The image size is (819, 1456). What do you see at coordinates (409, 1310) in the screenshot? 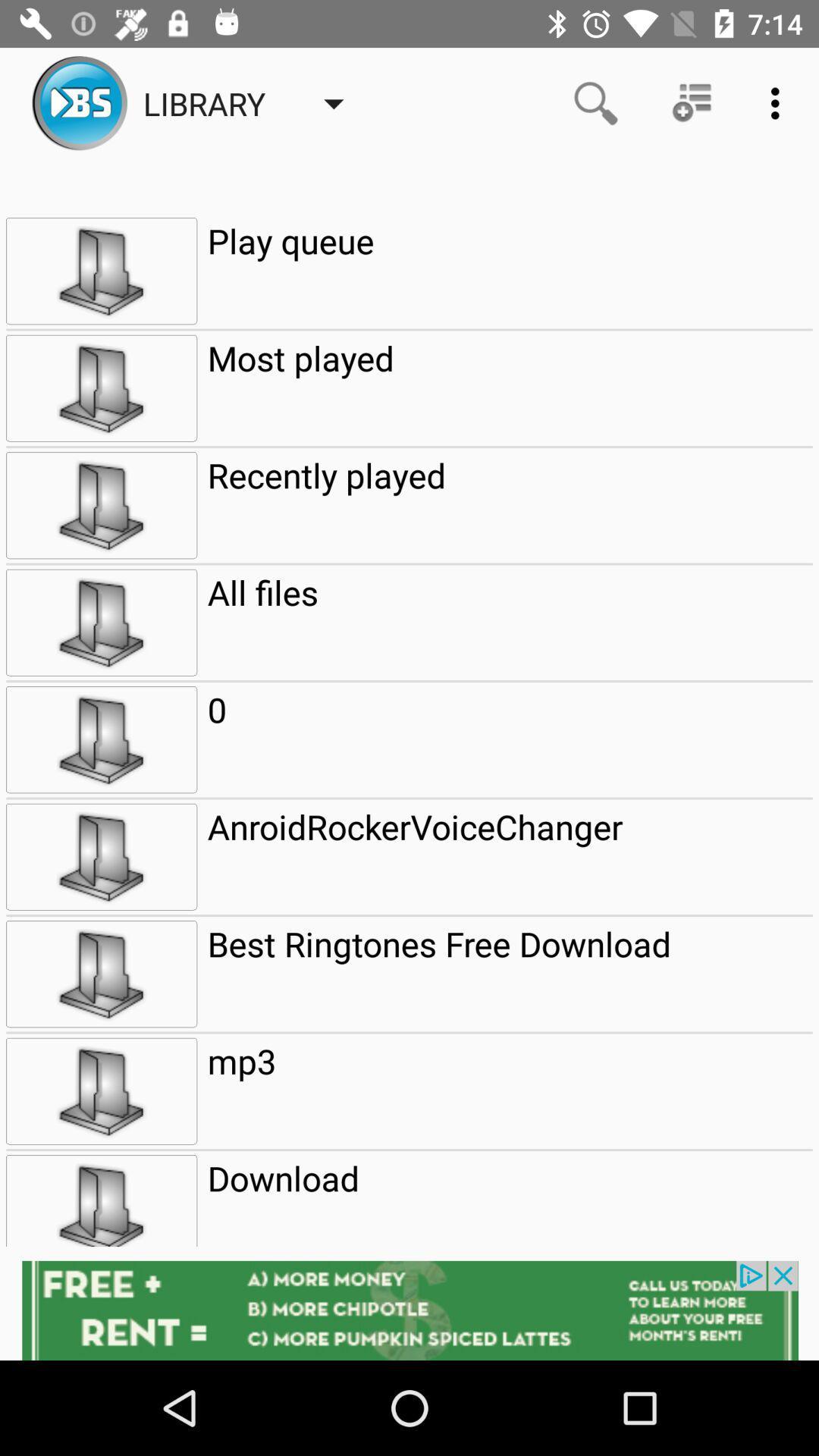
I see `advertisement clicking option` at bounding box center [409, 1310].